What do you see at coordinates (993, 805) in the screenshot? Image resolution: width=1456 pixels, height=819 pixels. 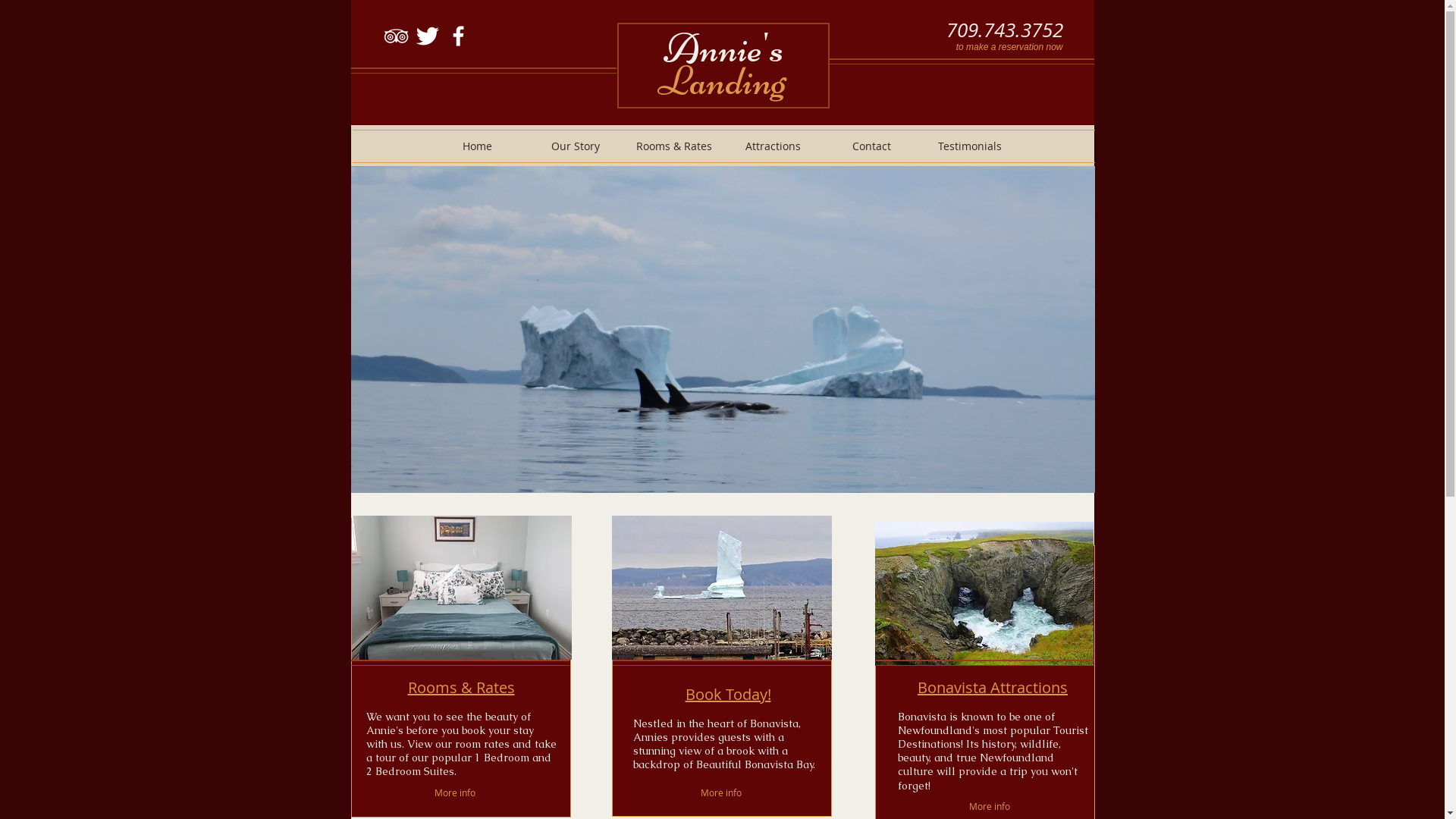 I see `'More info'` at bounding box center [993, 805].